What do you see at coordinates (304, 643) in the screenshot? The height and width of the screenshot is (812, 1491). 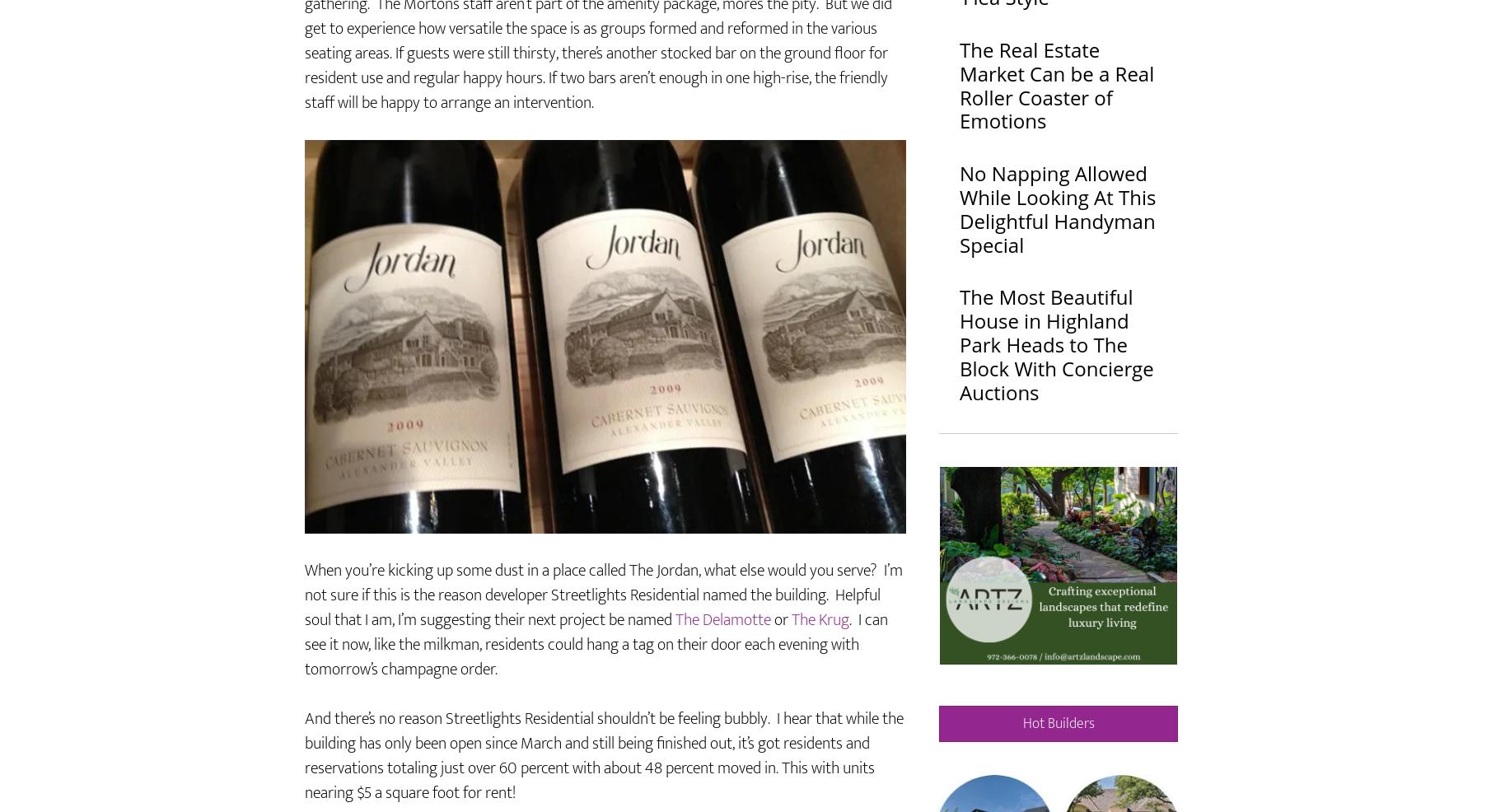 I see `'When you’re kicking up some dust in a place called The Jordan, what else would you serve?  I’m not sure if this is the reason developer Streetlights Residential named the building.  Helpful soul that I am, I’m suggesting their next project be named'` at bounding box center [304, 643].